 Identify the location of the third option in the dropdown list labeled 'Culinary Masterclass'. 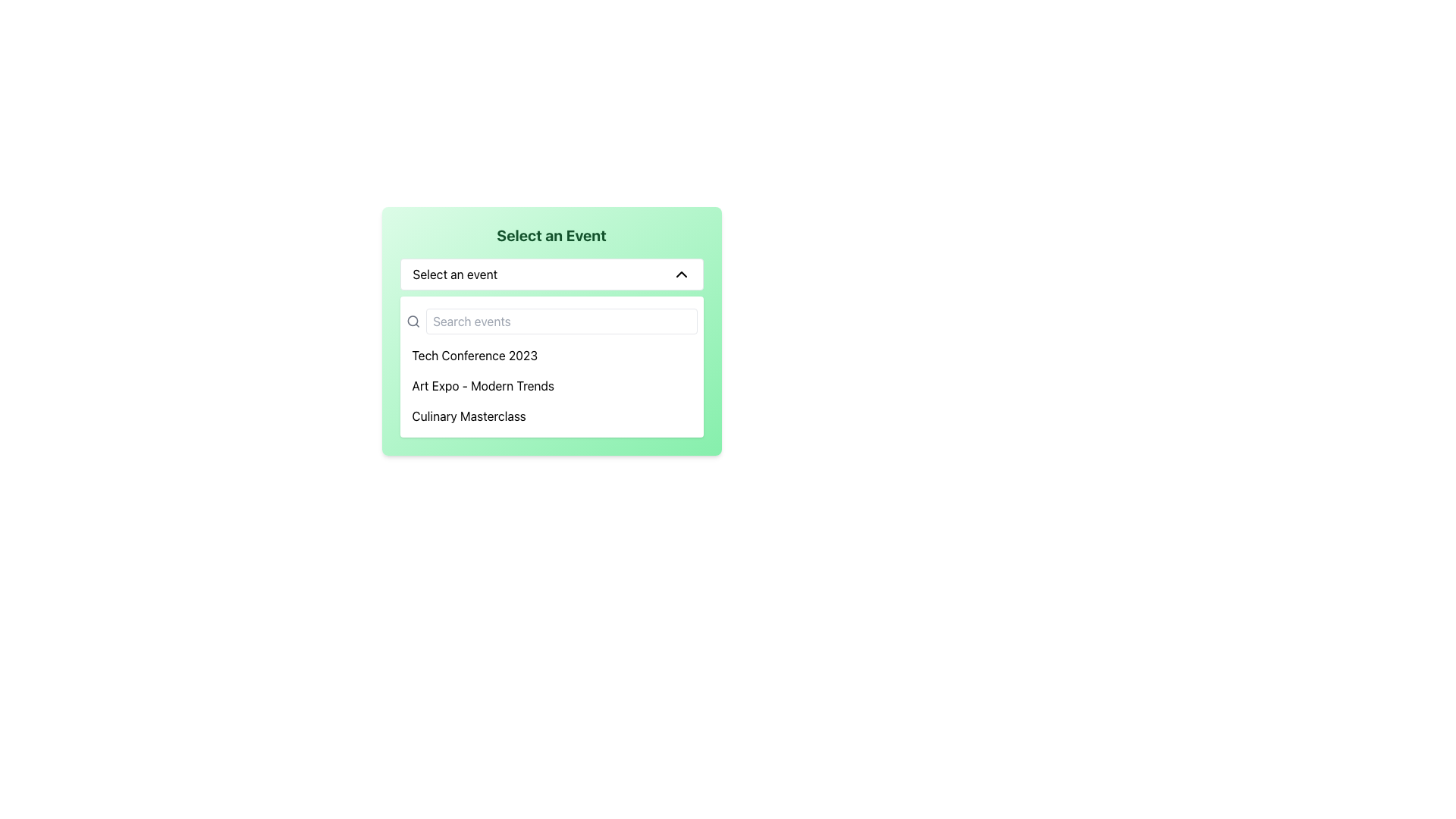
(551, 416).